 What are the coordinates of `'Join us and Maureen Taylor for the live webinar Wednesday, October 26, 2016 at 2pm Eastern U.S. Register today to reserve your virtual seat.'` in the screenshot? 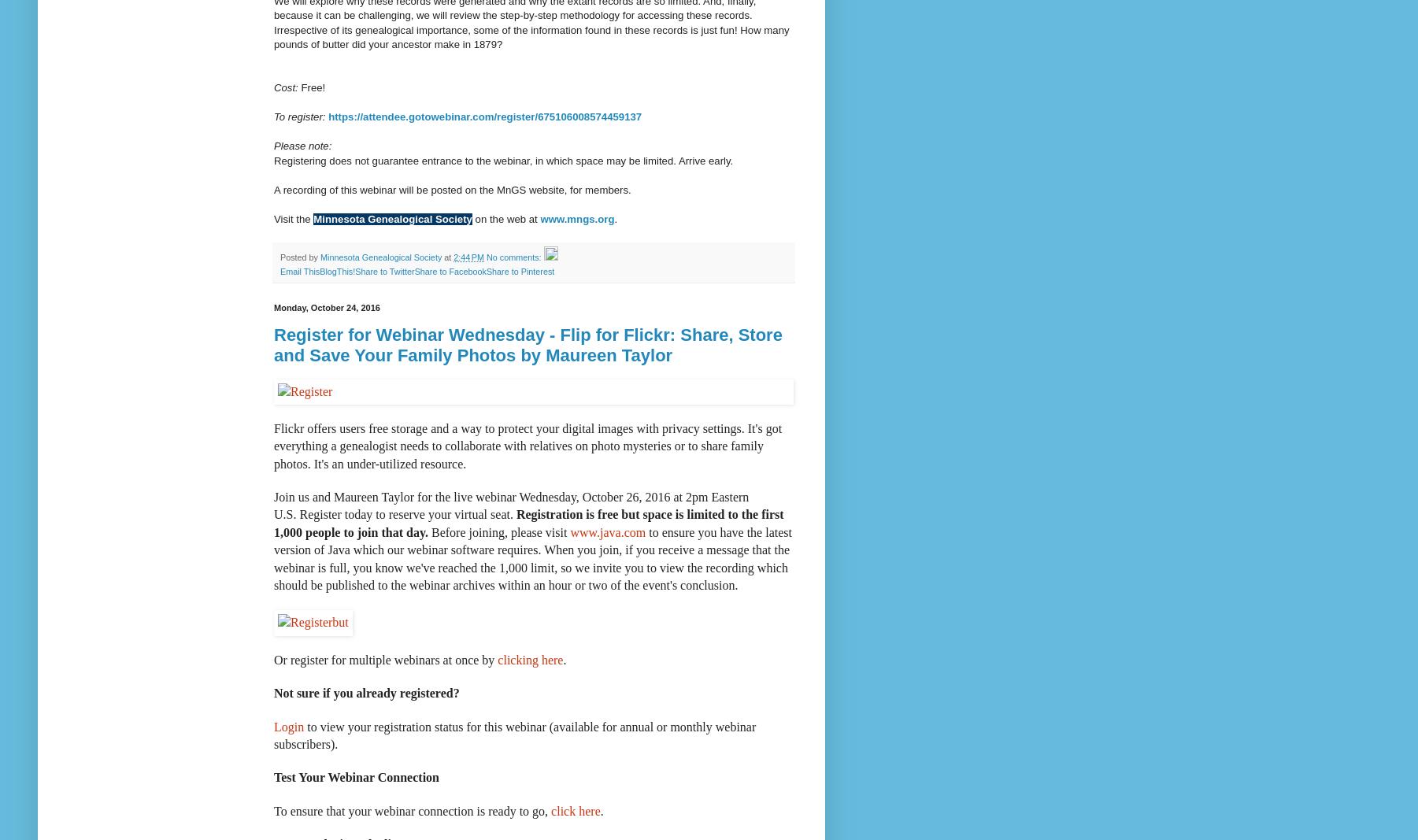 It's located at (510, 505).